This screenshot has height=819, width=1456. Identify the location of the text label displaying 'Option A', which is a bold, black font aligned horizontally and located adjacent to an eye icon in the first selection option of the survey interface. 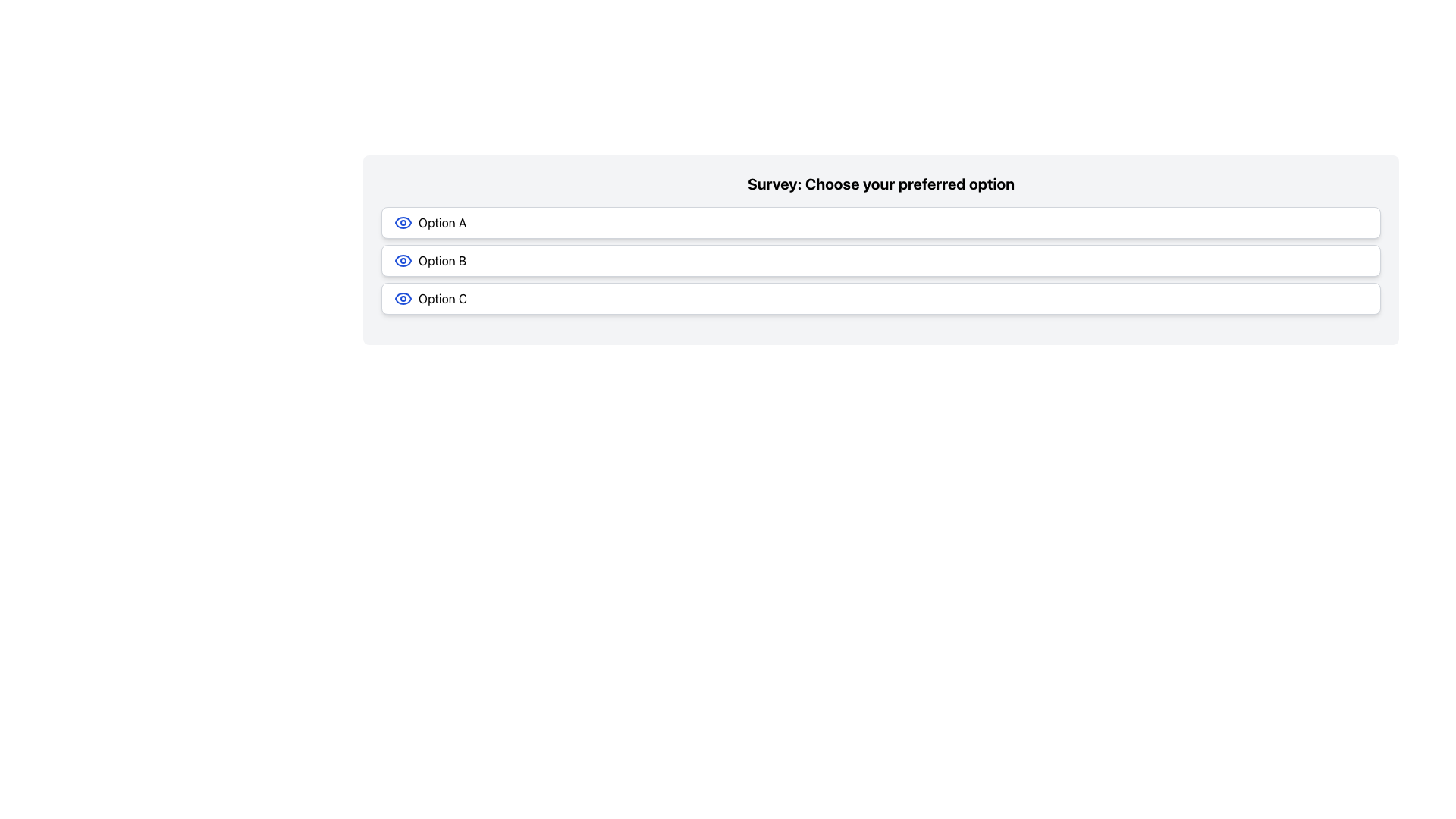
(441, 222).